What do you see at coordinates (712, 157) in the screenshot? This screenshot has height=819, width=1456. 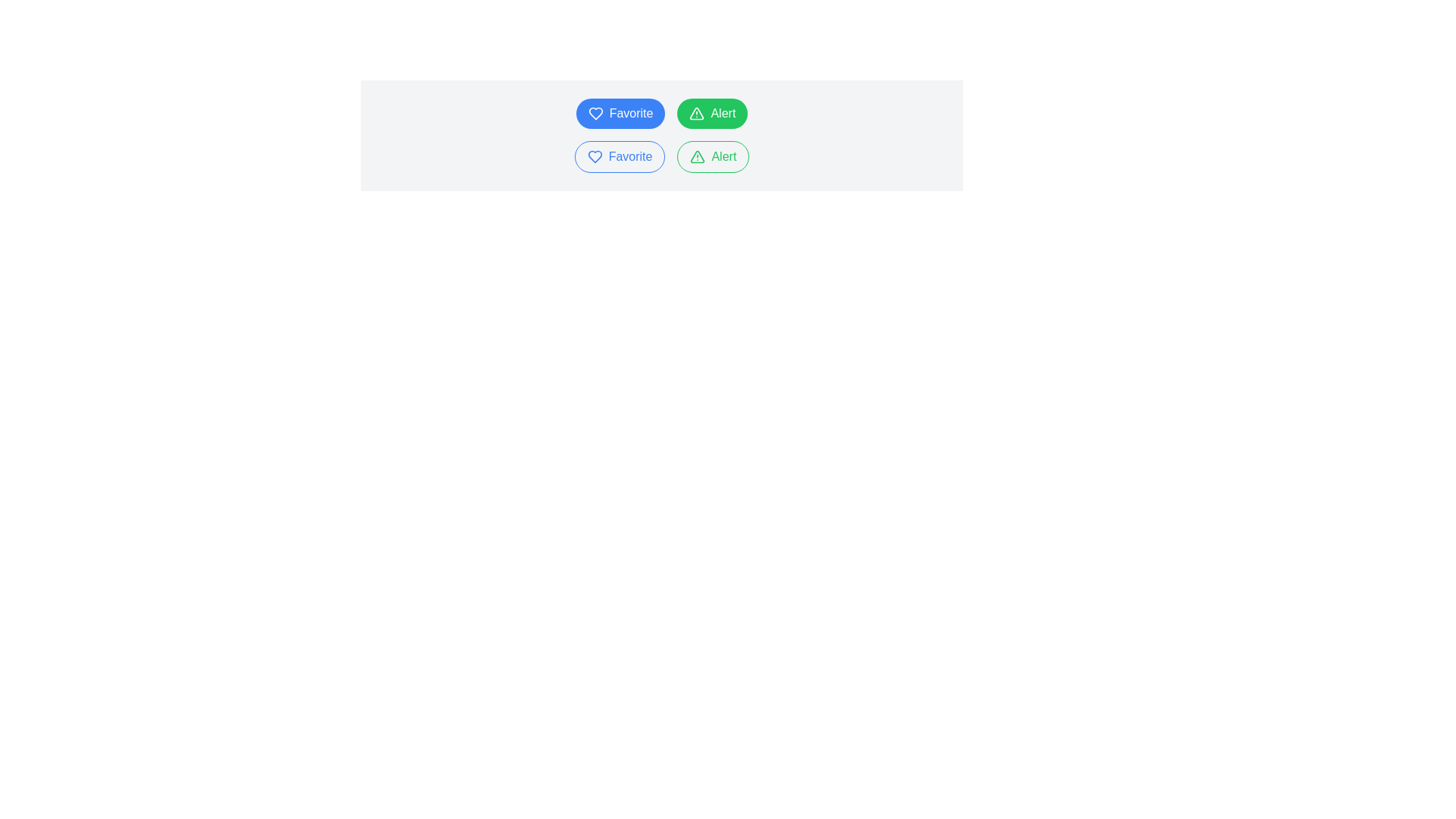 I see `the 'Alert' button, which has a rounded edge, green border, and a warning triangle icon` at bounding box center [712, 157].